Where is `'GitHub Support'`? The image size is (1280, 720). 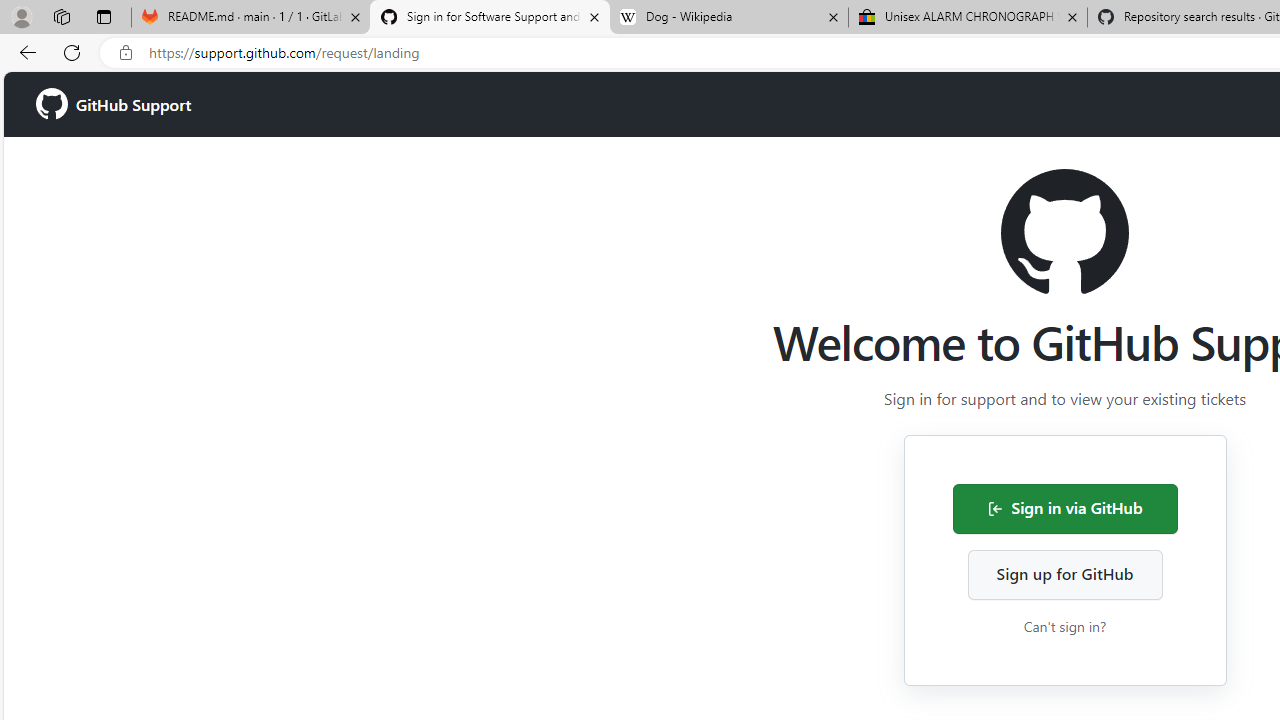 'GitHub Support' is located at coordinates (112, 104).